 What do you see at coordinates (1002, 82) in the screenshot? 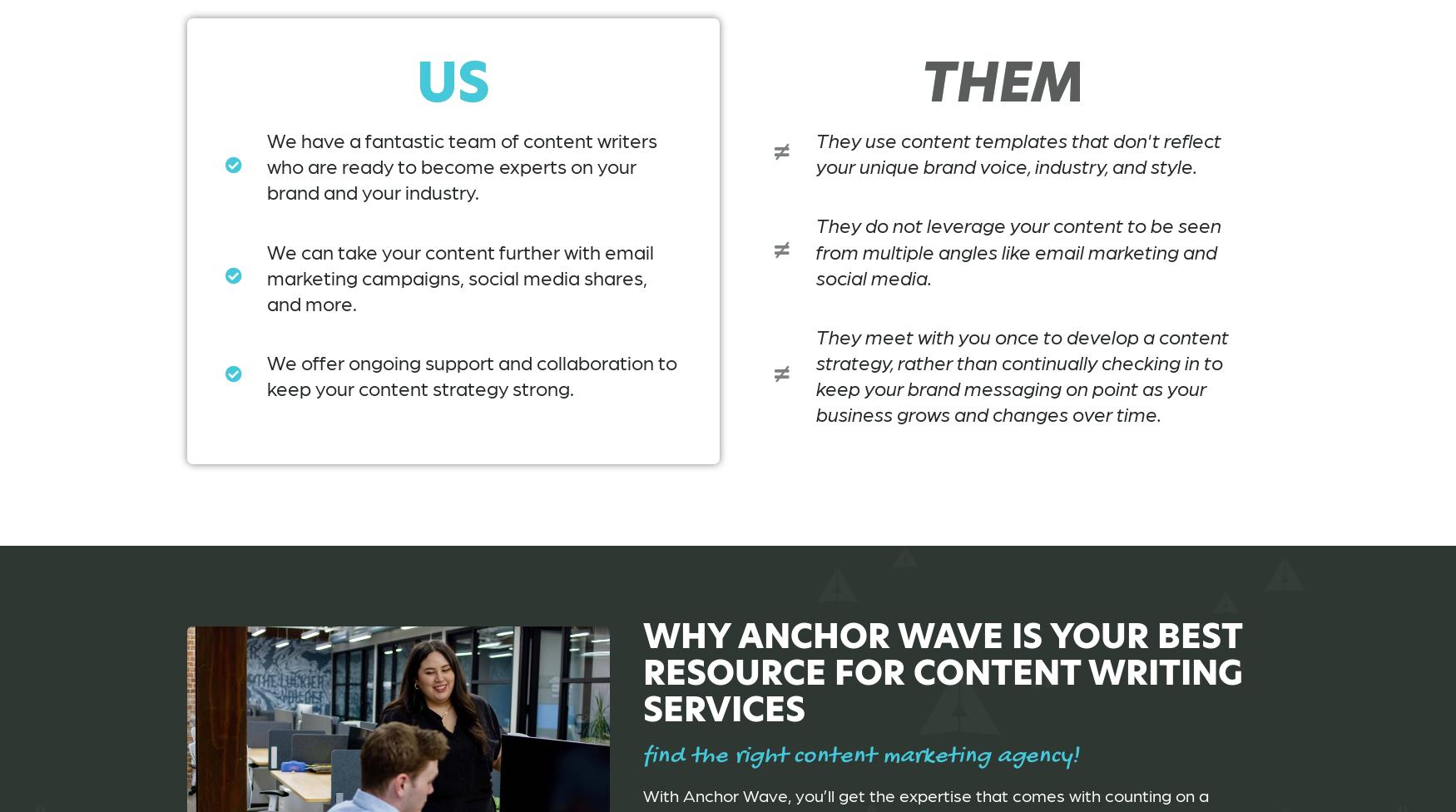
I see `'Them'` at bounding box center [1002, 82].